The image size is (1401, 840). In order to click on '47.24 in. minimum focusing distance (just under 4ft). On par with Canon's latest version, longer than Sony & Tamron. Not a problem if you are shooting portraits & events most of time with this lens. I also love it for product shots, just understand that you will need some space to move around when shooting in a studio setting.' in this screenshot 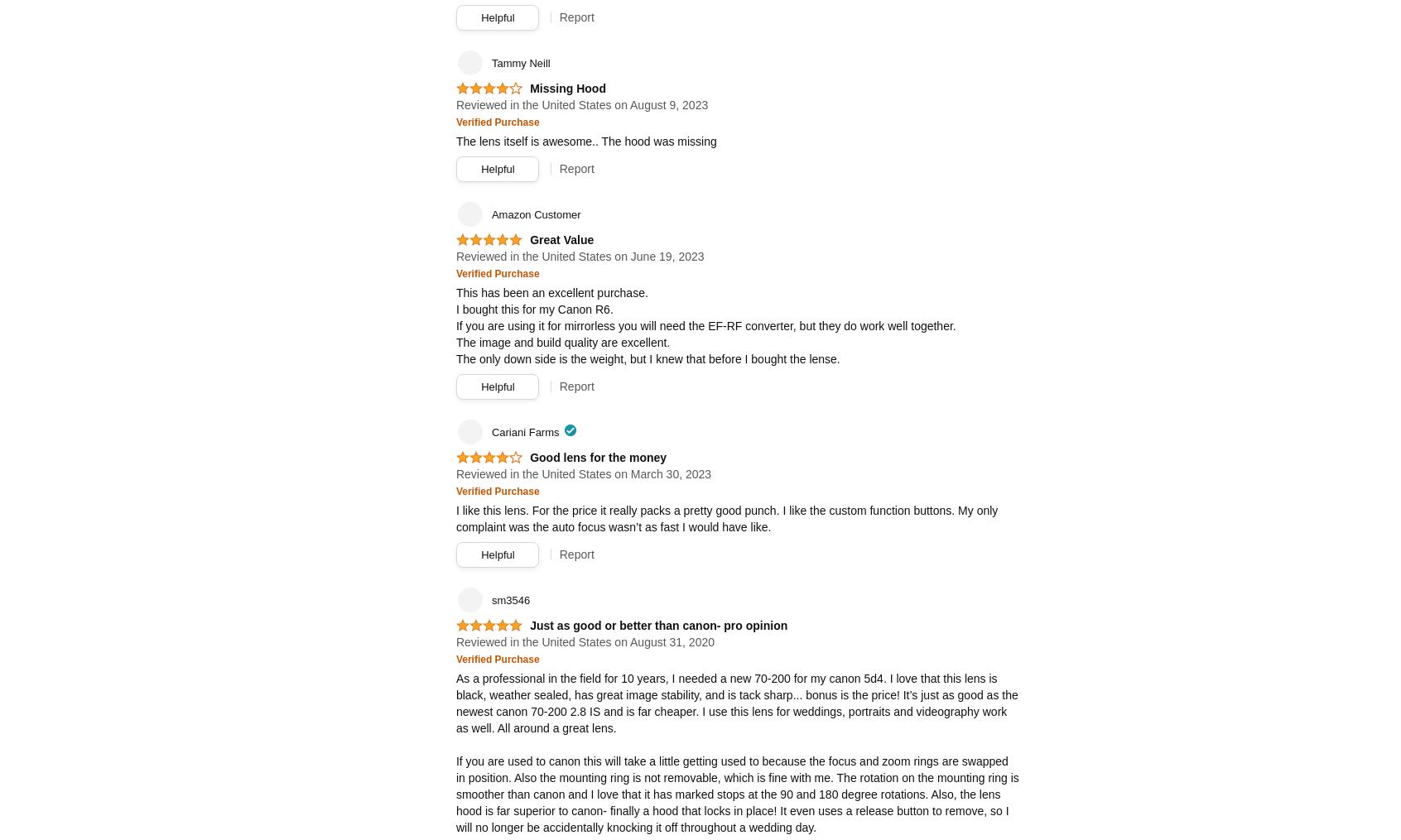, I will do `click(731, 101)`.